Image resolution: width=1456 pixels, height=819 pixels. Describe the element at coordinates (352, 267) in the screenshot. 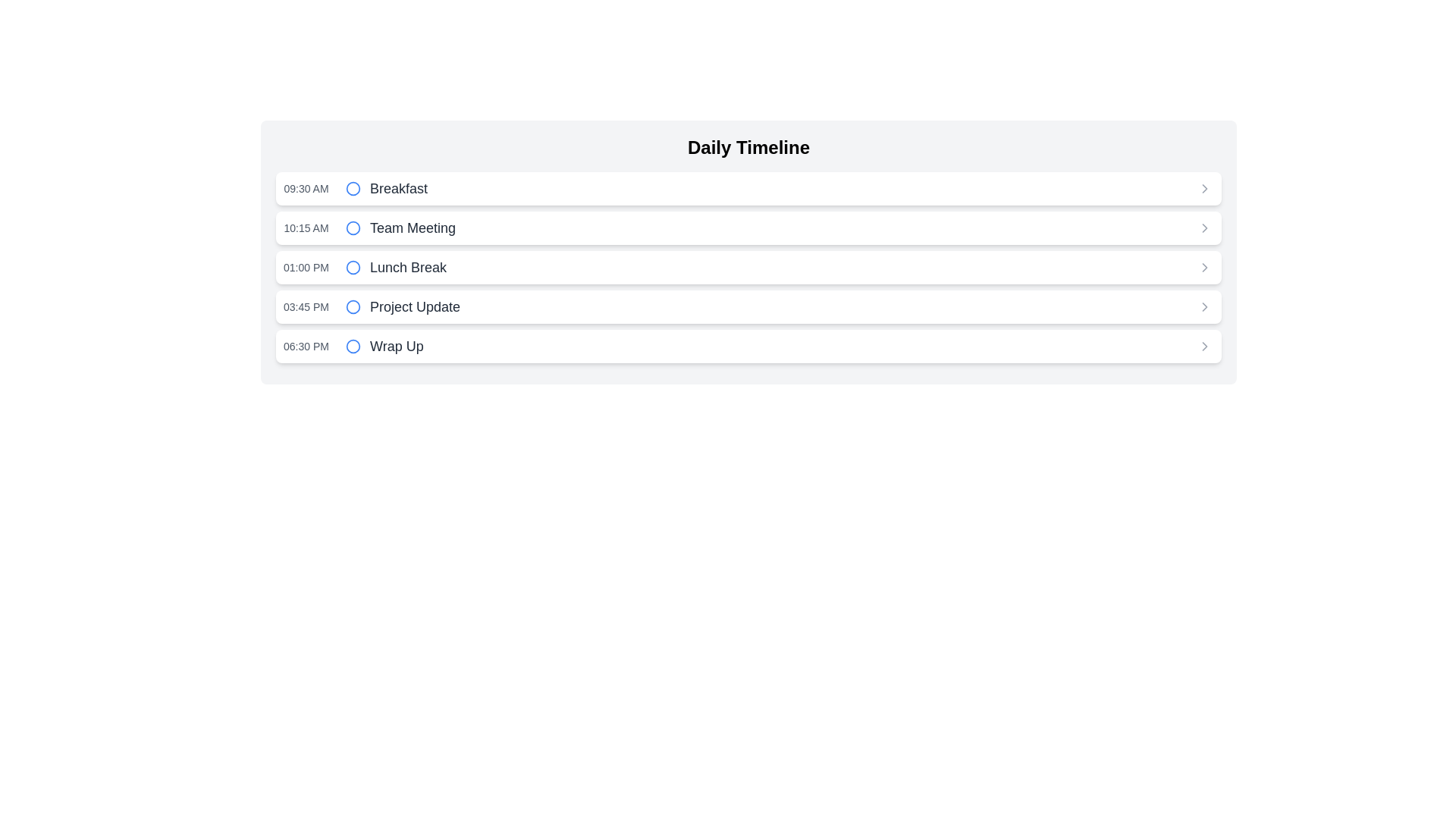

I see `the circular icon with a blue border located to the left of the 'Lunch Break' text label` at that location.